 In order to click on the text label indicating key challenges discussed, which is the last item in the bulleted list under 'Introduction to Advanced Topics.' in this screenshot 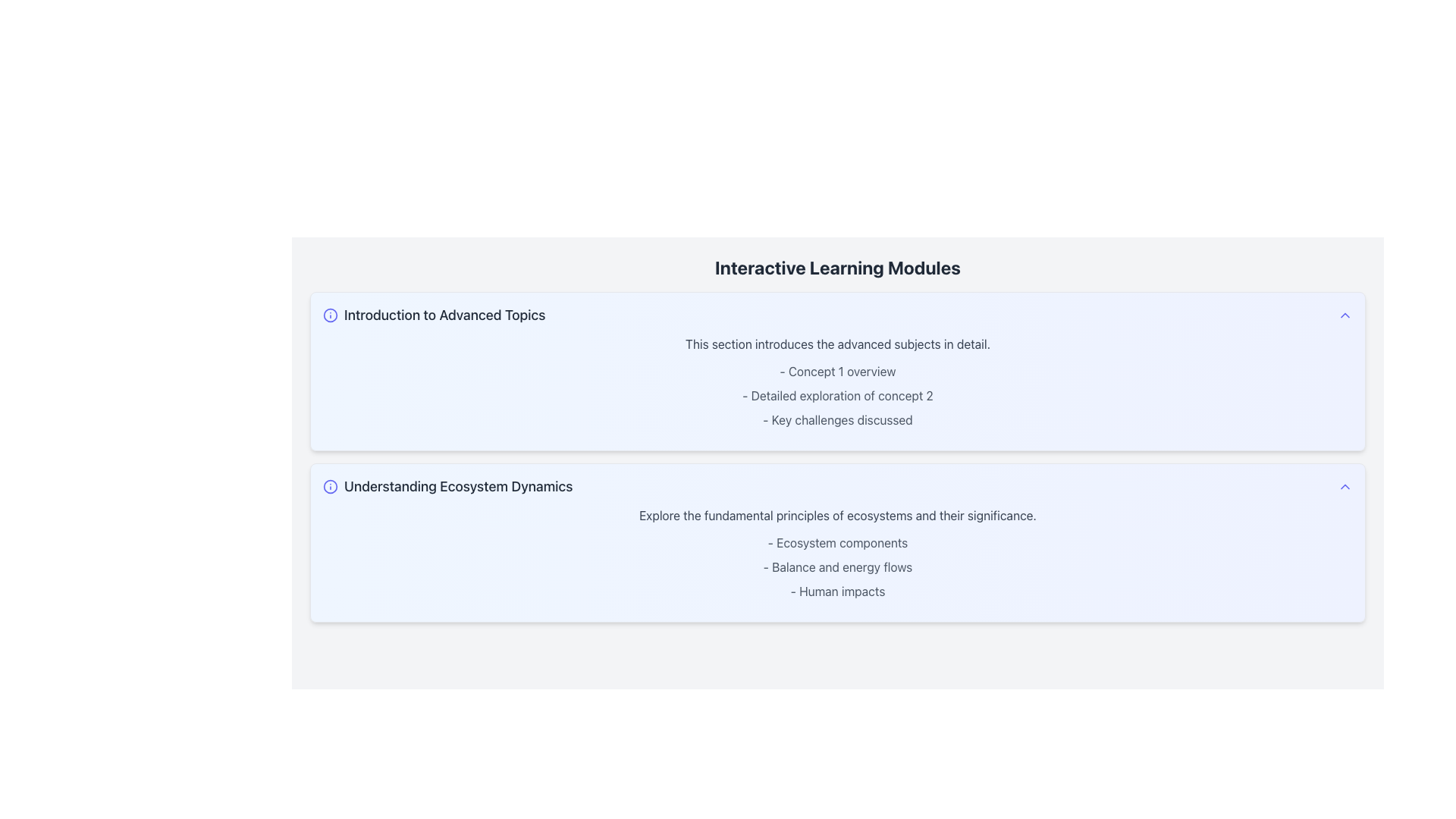, I will do `click(836, 420)`.